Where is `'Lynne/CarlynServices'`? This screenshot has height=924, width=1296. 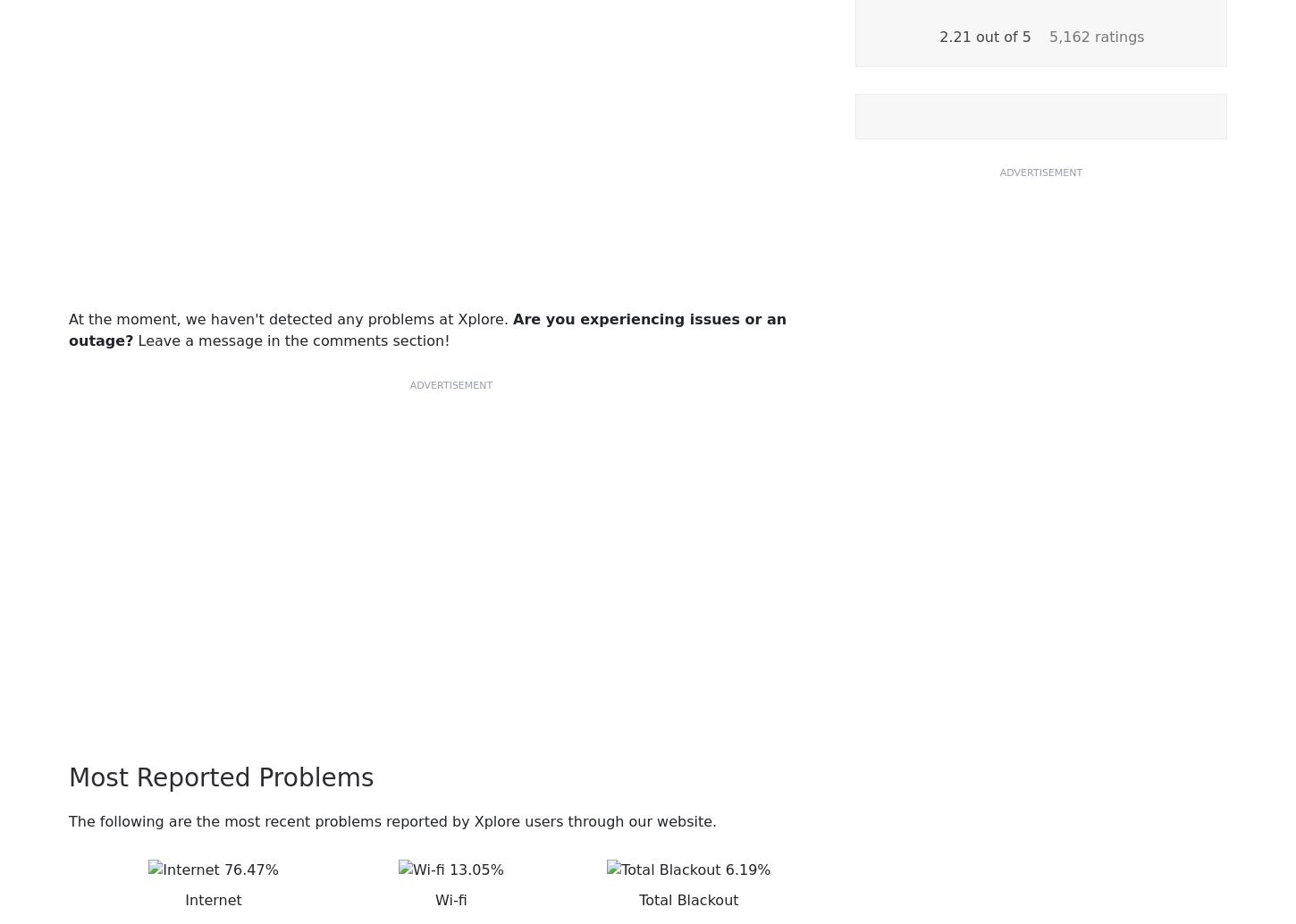
'Lynne/CarlynServices' is located at coordinates (205, 377).